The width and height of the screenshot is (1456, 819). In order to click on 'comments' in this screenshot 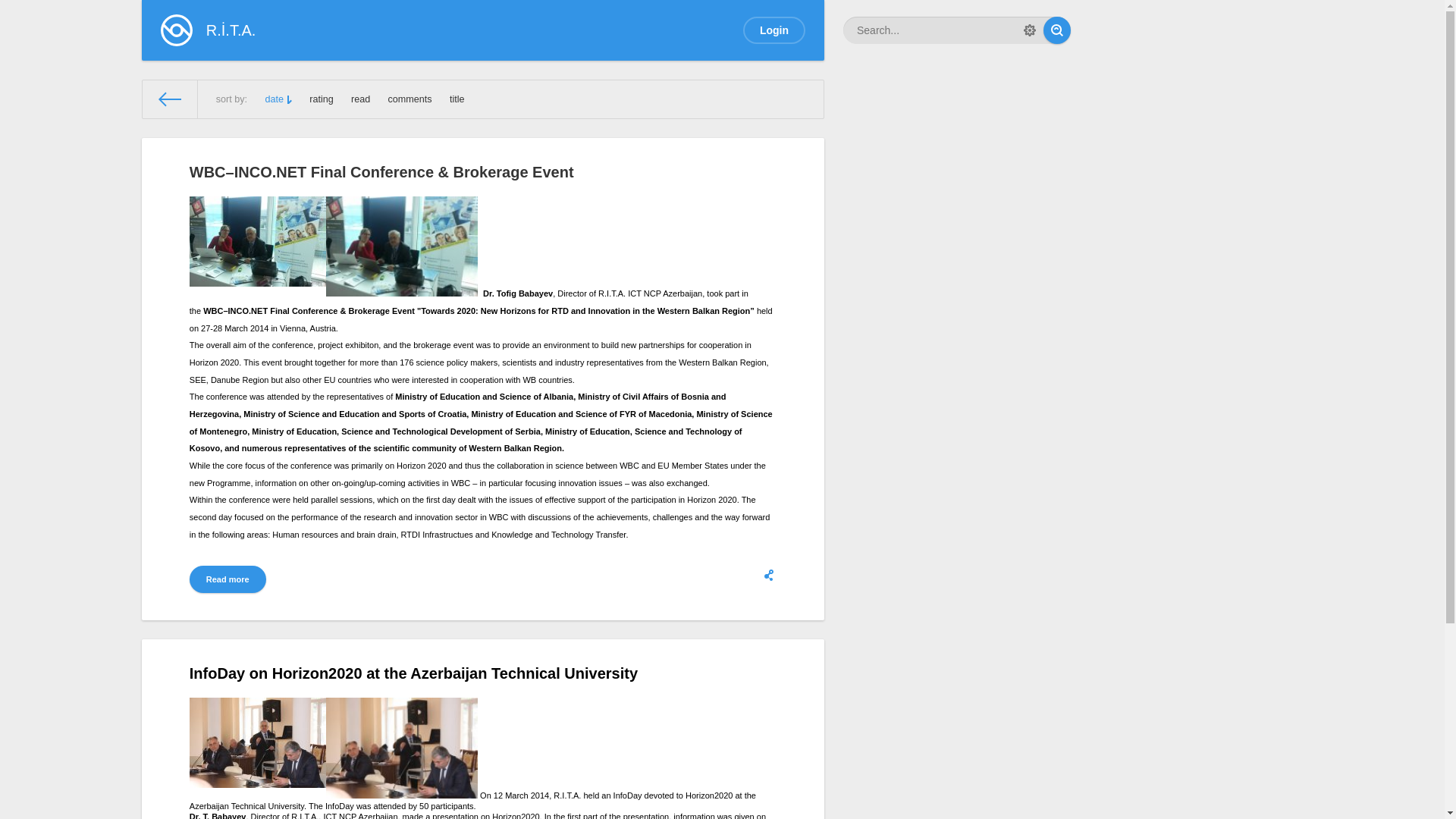, I will do `click(388, 99)`.